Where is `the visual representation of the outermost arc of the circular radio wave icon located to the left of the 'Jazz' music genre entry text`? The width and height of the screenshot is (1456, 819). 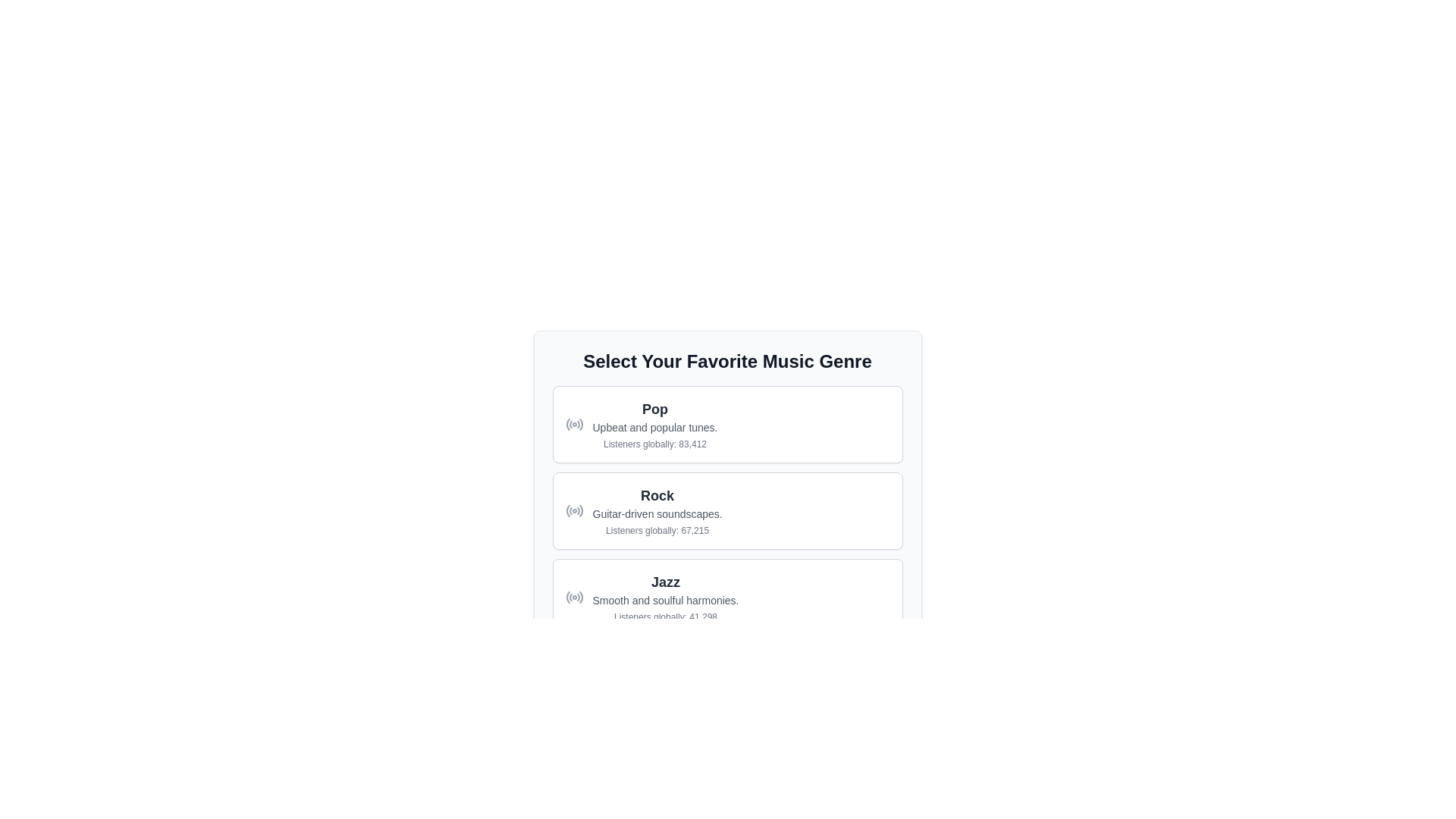 the visual representation of the outermost arc of the circular radio wave icon located to the left of the 'Jazz' music genre entry text is located at coordinates (580, 596).